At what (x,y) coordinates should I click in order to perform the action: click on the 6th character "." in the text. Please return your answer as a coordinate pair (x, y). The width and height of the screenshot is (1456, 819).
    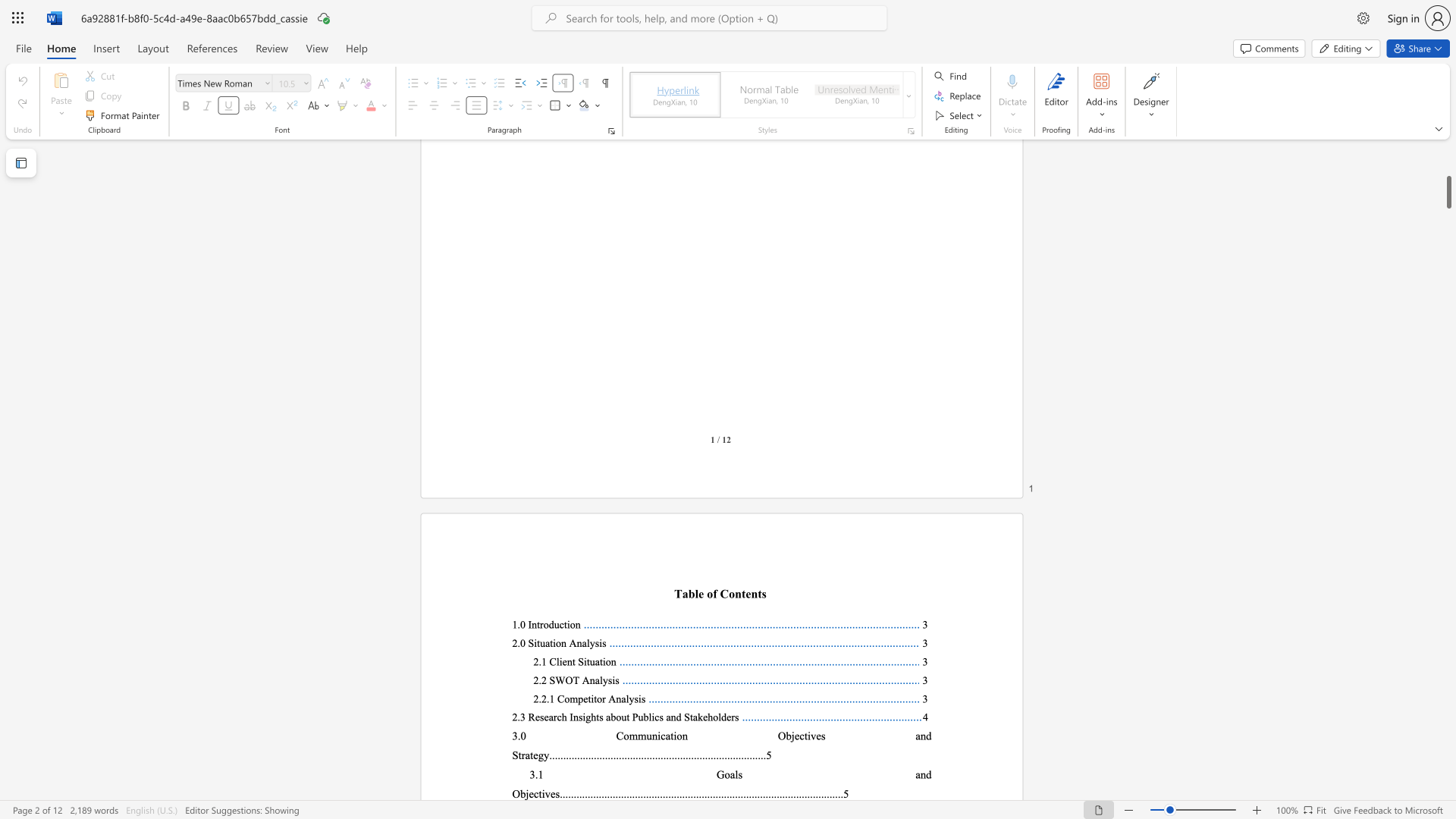
    Looking at the image, I should click on (791, 792).